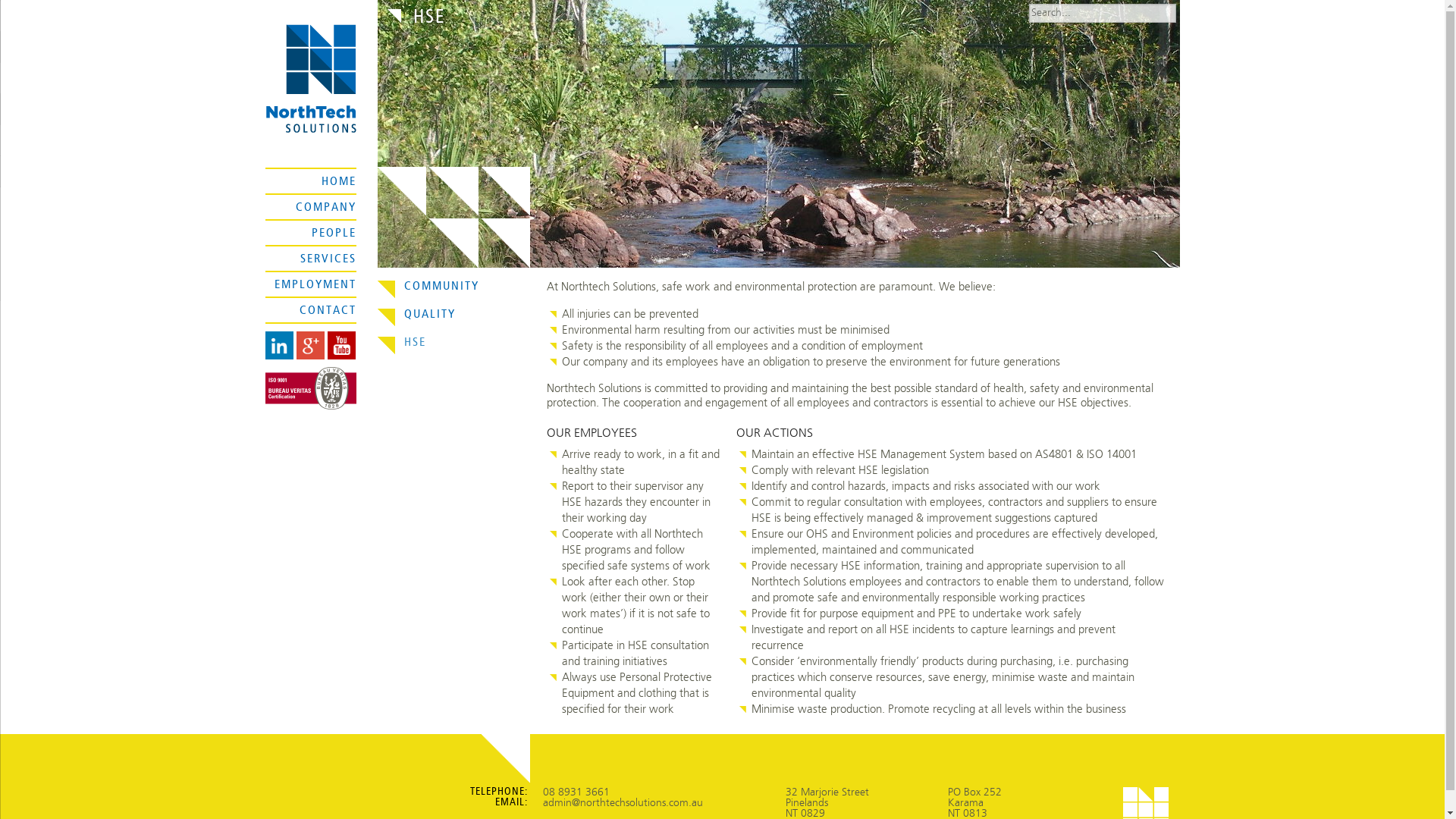  I want to click on 'COMMUNITY', so click(456, 290).